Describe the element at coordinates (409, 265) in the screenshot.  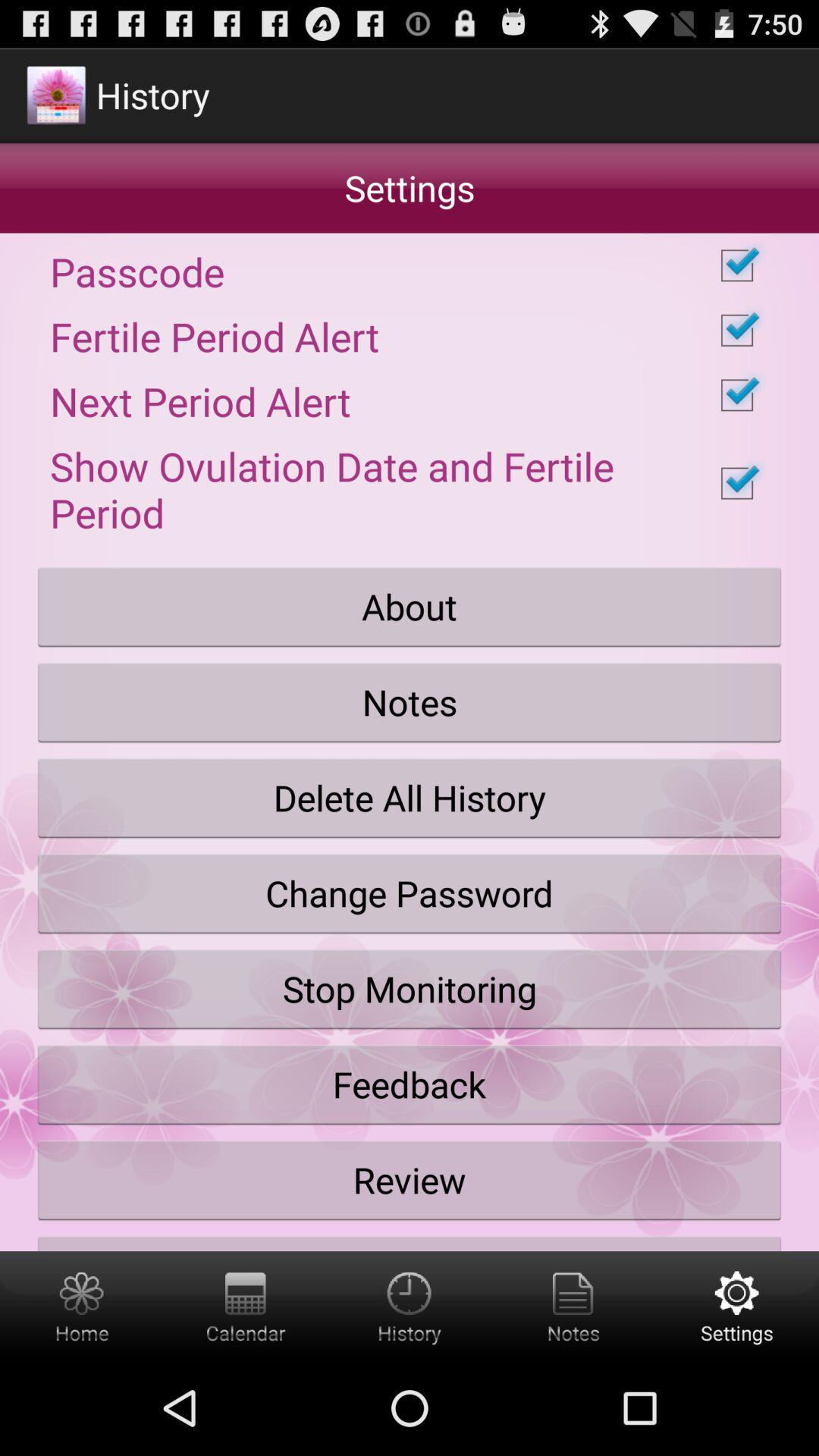
I see `passcode item` at that location.